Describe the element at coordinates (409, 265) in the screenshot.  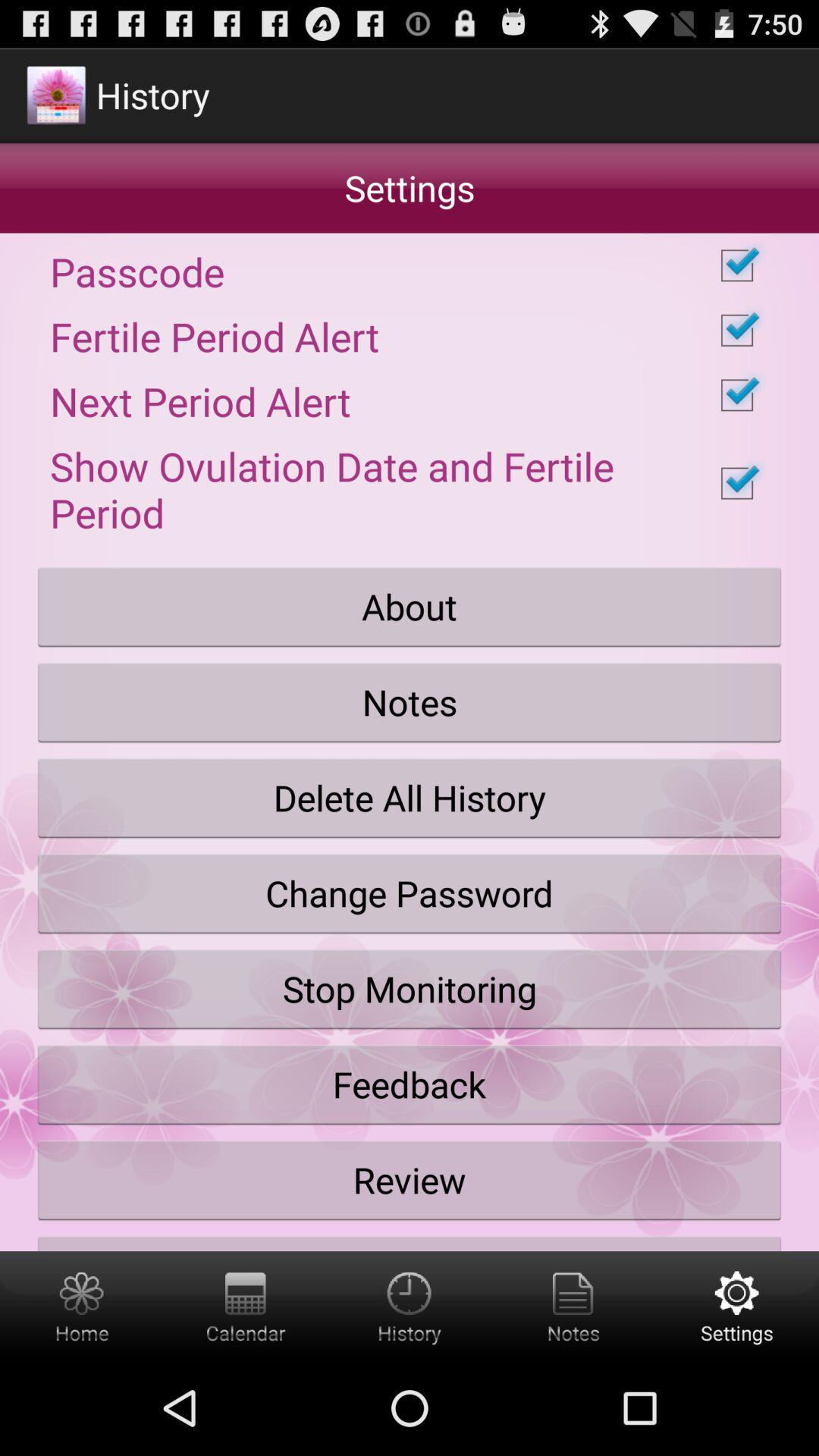
I see `passcode item` at that location.